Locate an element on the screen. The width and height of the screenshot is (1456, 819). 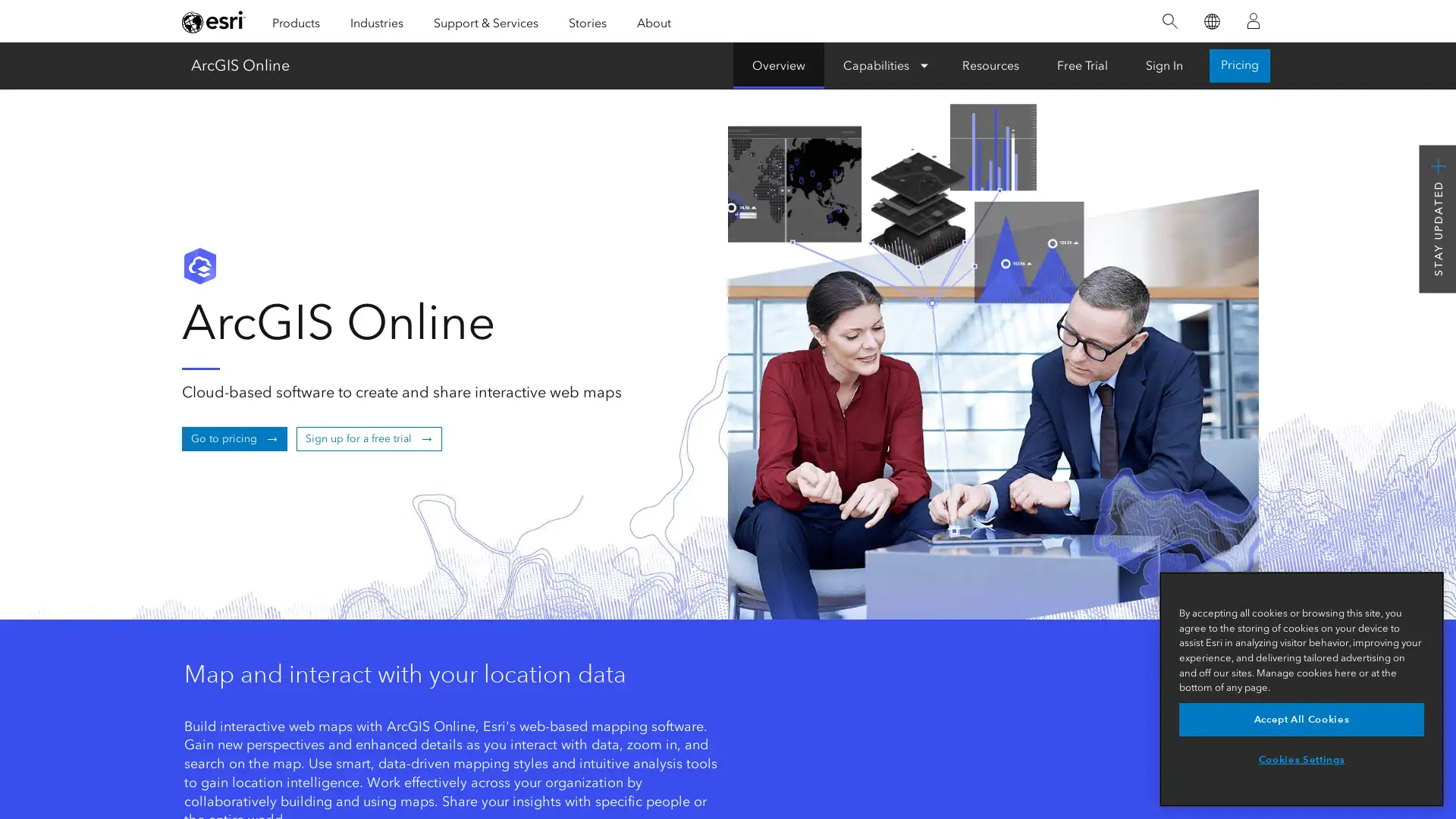
Cookies Settings is located at coordinates (1301, 760).